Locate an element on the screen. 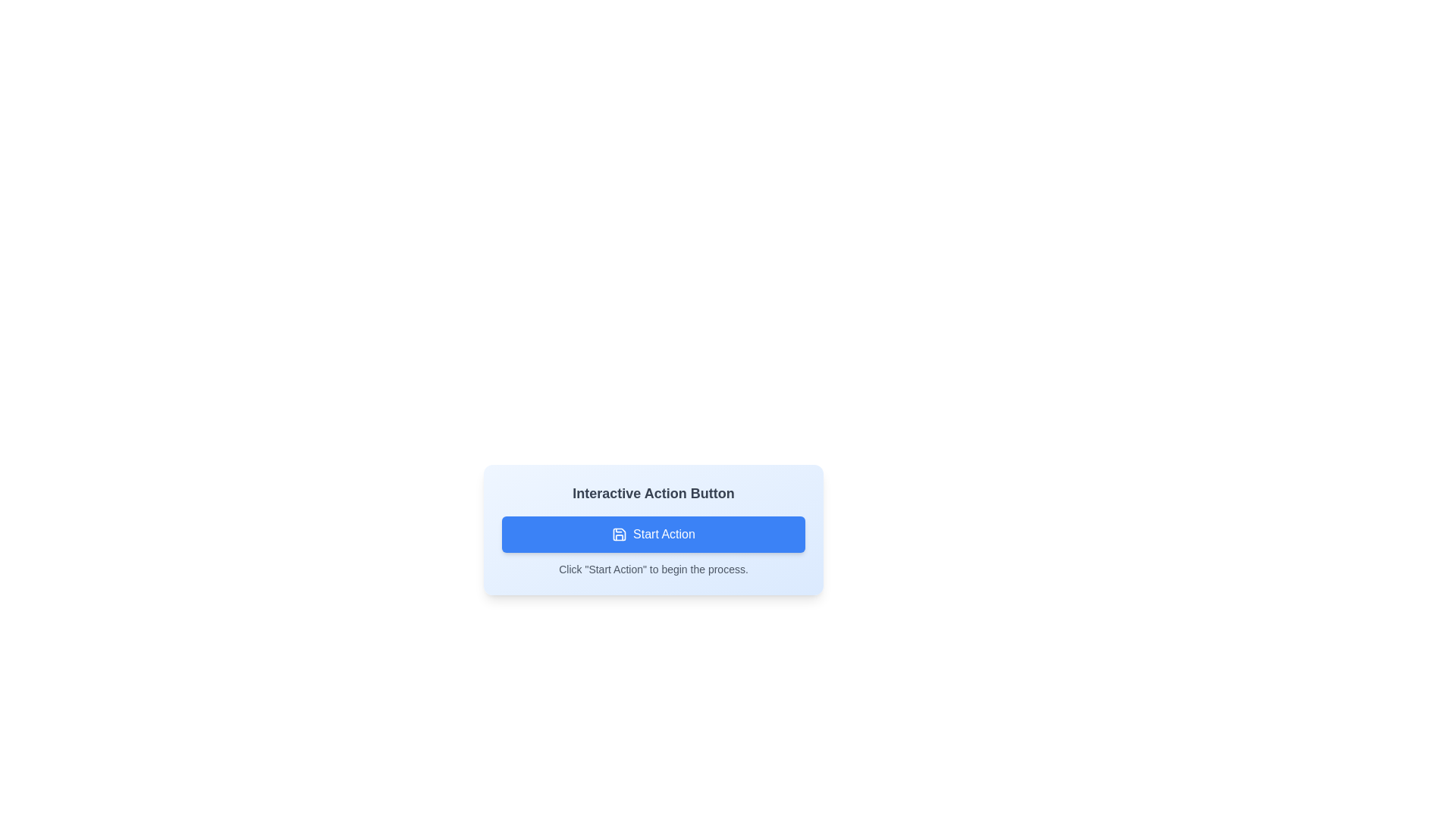 This screenshot has height=819, width=1456. the static text label that reads 'Interactive Action Button', which is styled with bold, large font and dark gray color against a light blue gradient background, centrally positioned above the 'Start Action' button is located at coordinates (654, 494).